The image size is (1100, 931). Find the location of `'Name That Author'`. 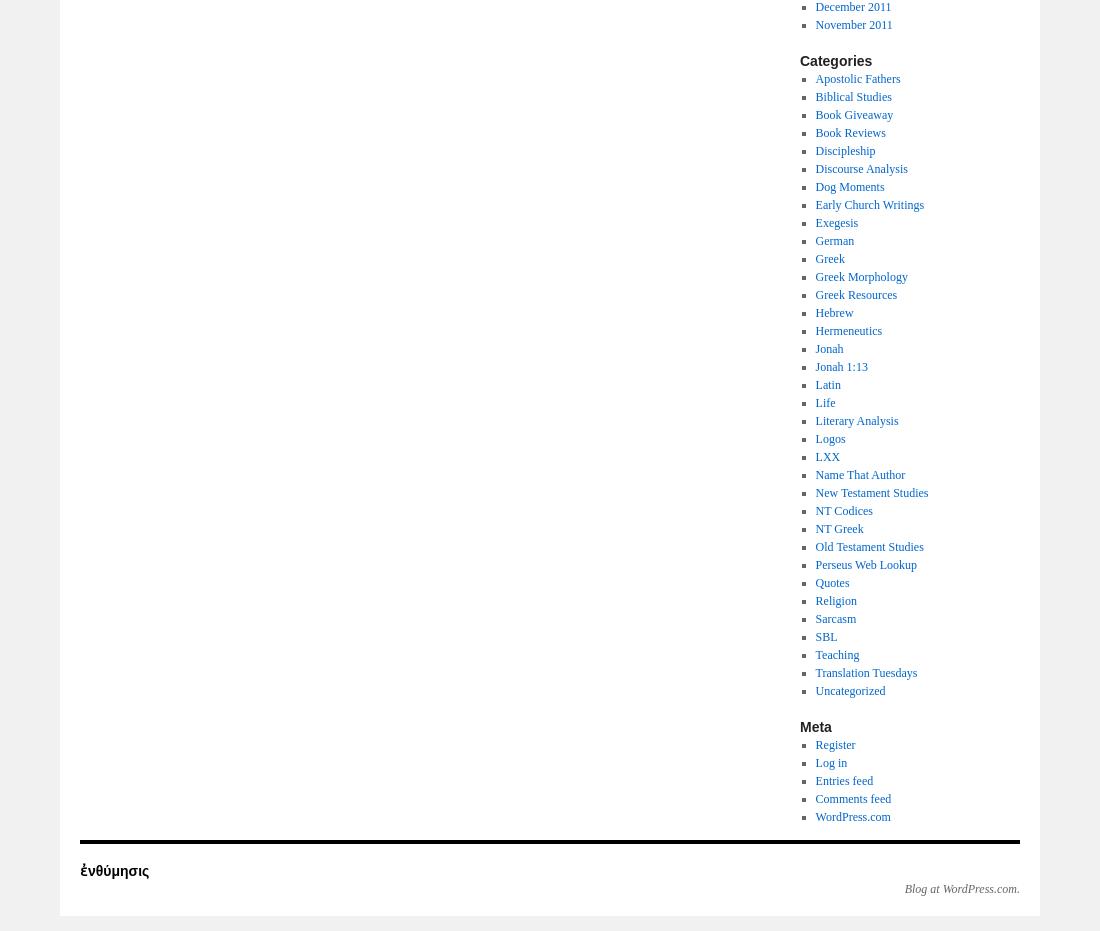

'Name That Author' is located at coordinates (858, 474).